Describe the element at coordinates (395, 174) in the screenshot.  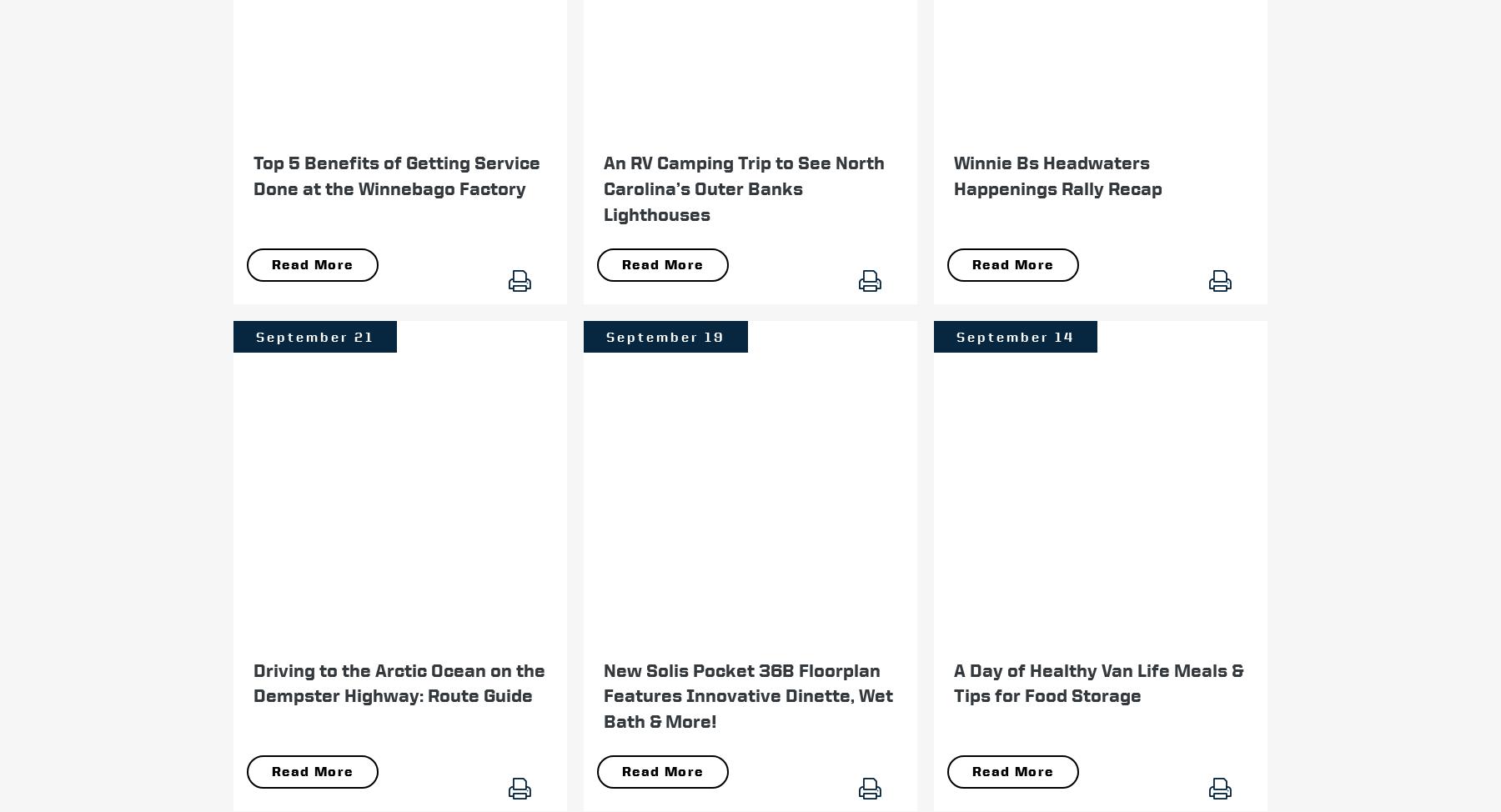
I see `'Top 5 Benefits of Getting Service Done at the Winnebago Factory'` at that location.